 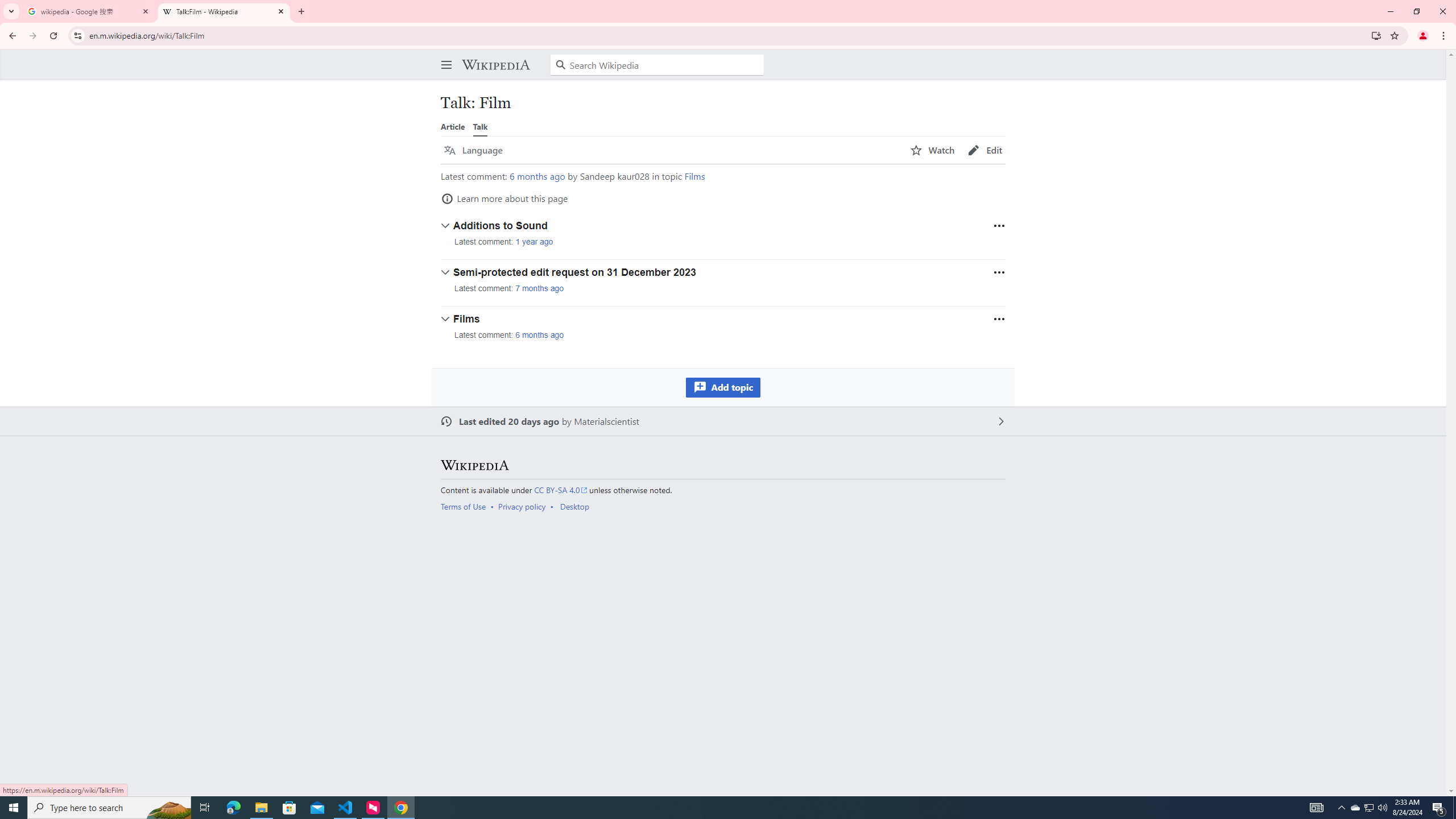 What do you see at coordinates (452, 126) in the screenshot?
I see `'Article'` at bounding box center [452, 126].